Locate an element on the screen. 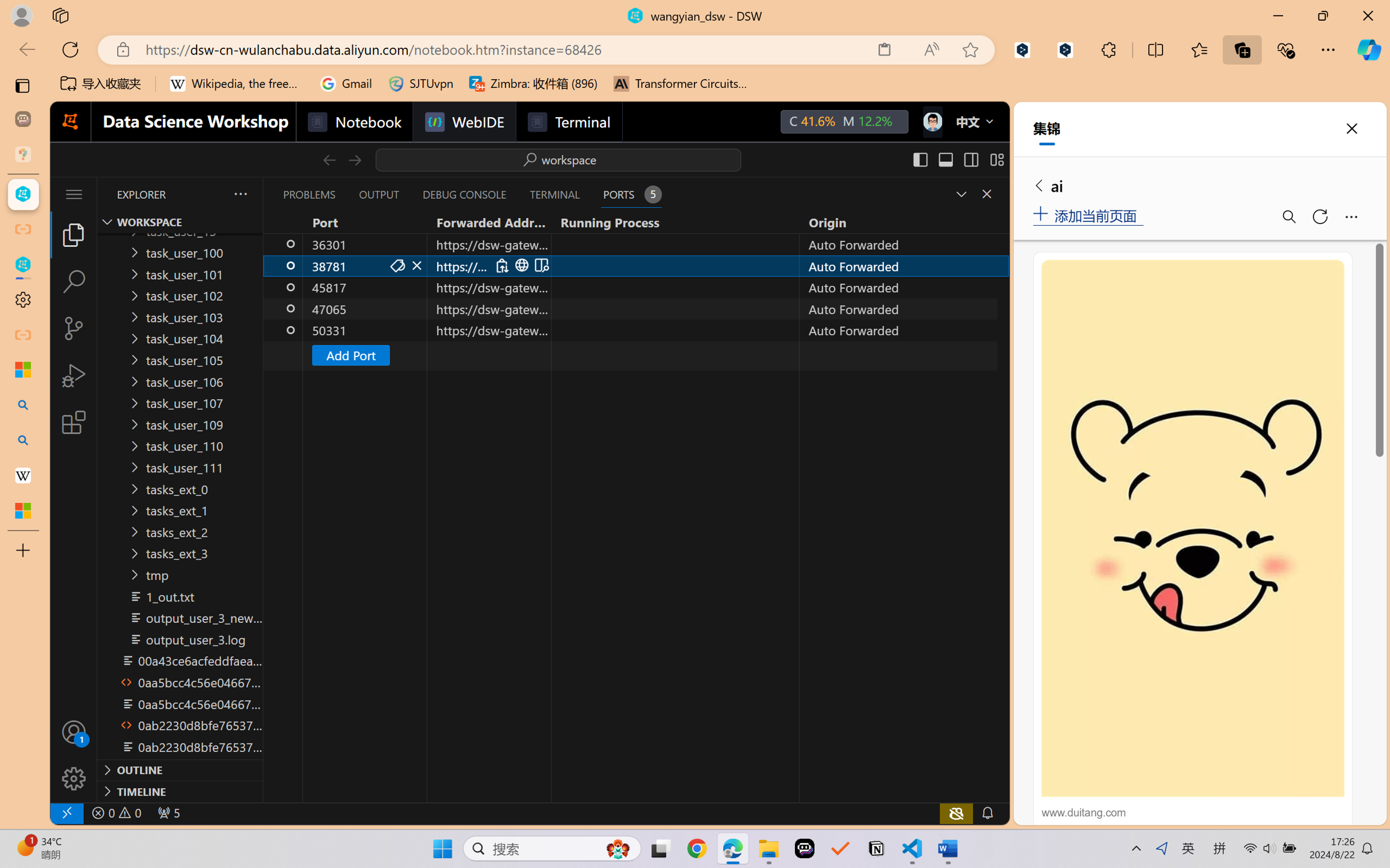 The image size is (1390, 868). 'Accounts - Sign in requested' is located at coordinates (73, 731).